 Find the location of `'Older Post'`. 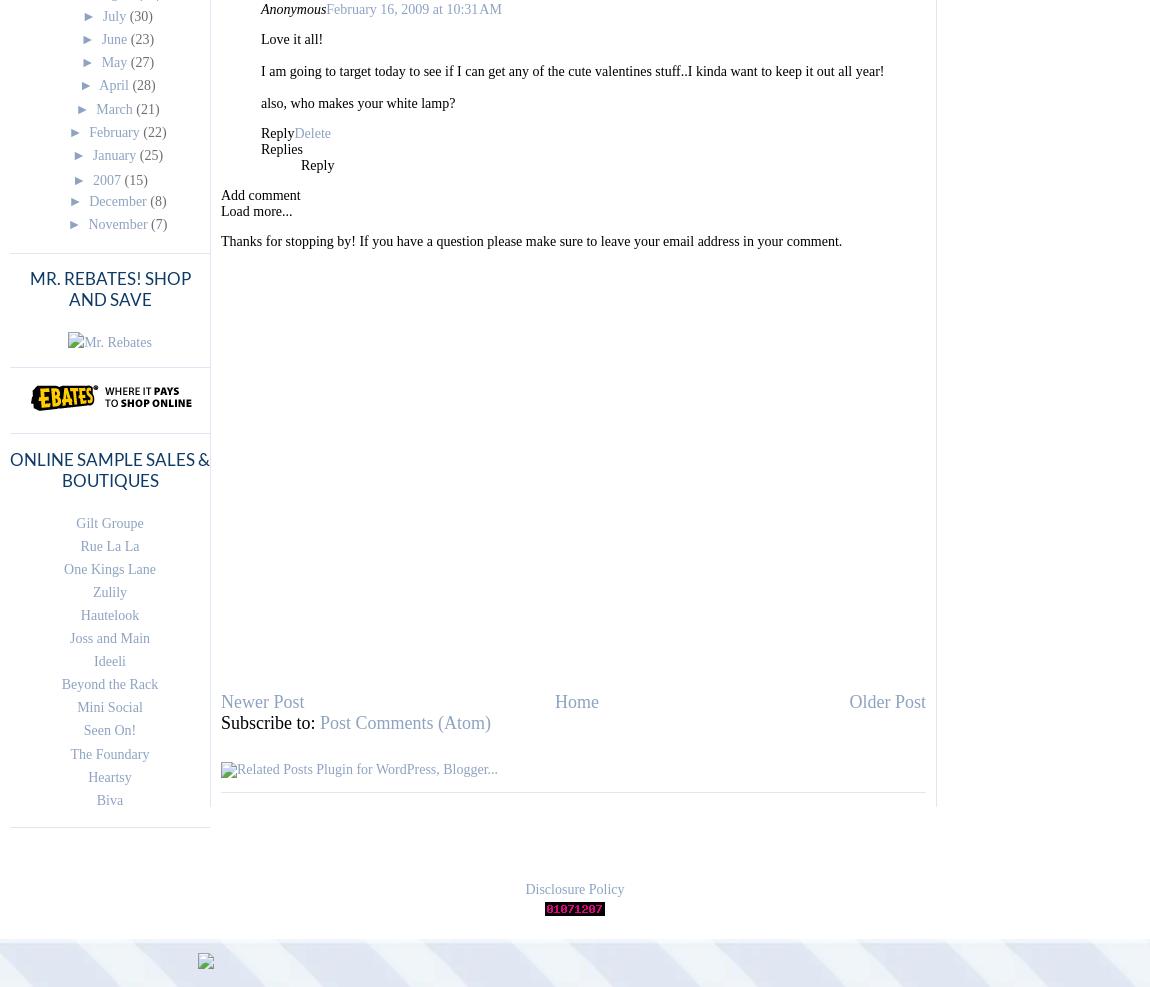

'Older Post' is located at coordinates (887, 701).